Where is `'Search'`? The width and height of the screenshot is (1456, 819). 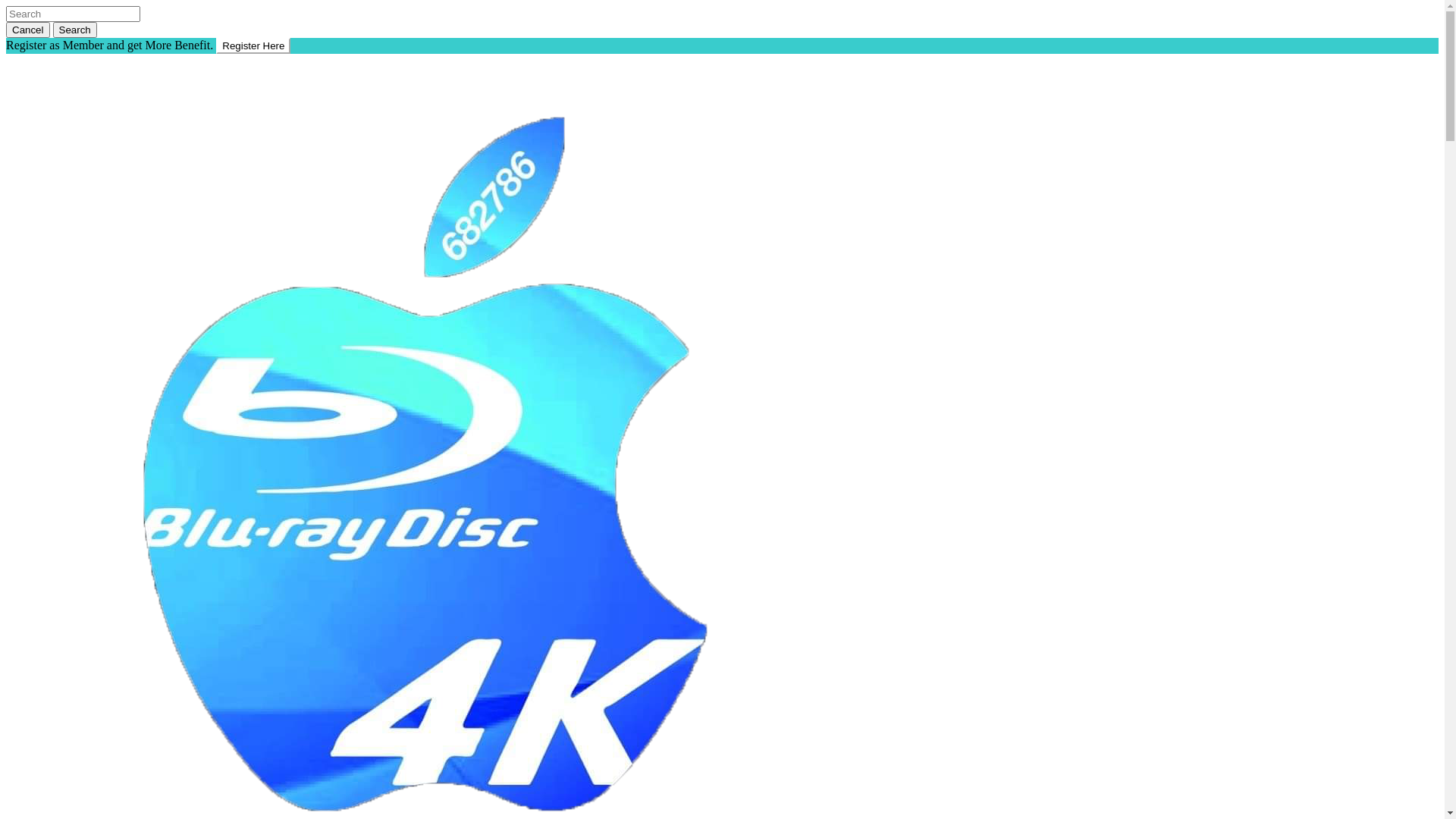
'Search' is located at coordinates (74, 30).